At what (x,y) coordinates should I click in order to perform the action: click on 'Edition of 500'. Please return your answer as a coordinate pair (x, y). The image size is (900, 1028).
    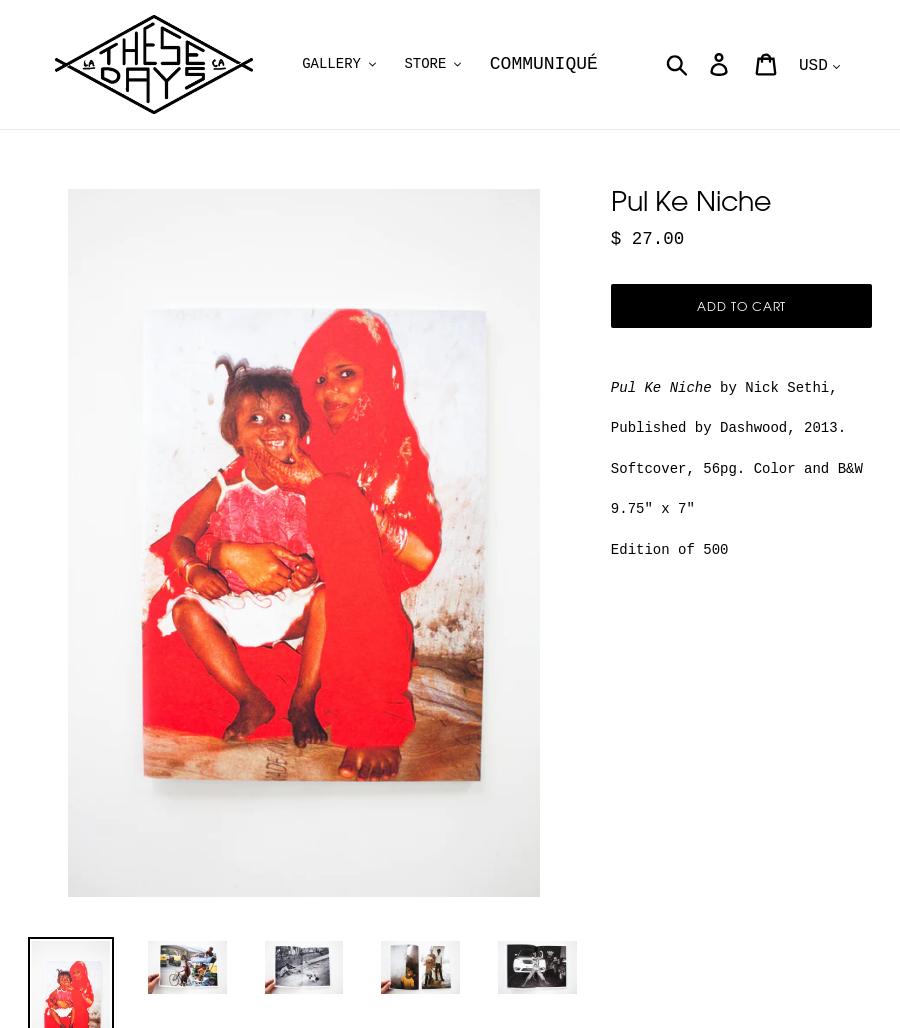
    Looking at the image, I should click on (668, 548).